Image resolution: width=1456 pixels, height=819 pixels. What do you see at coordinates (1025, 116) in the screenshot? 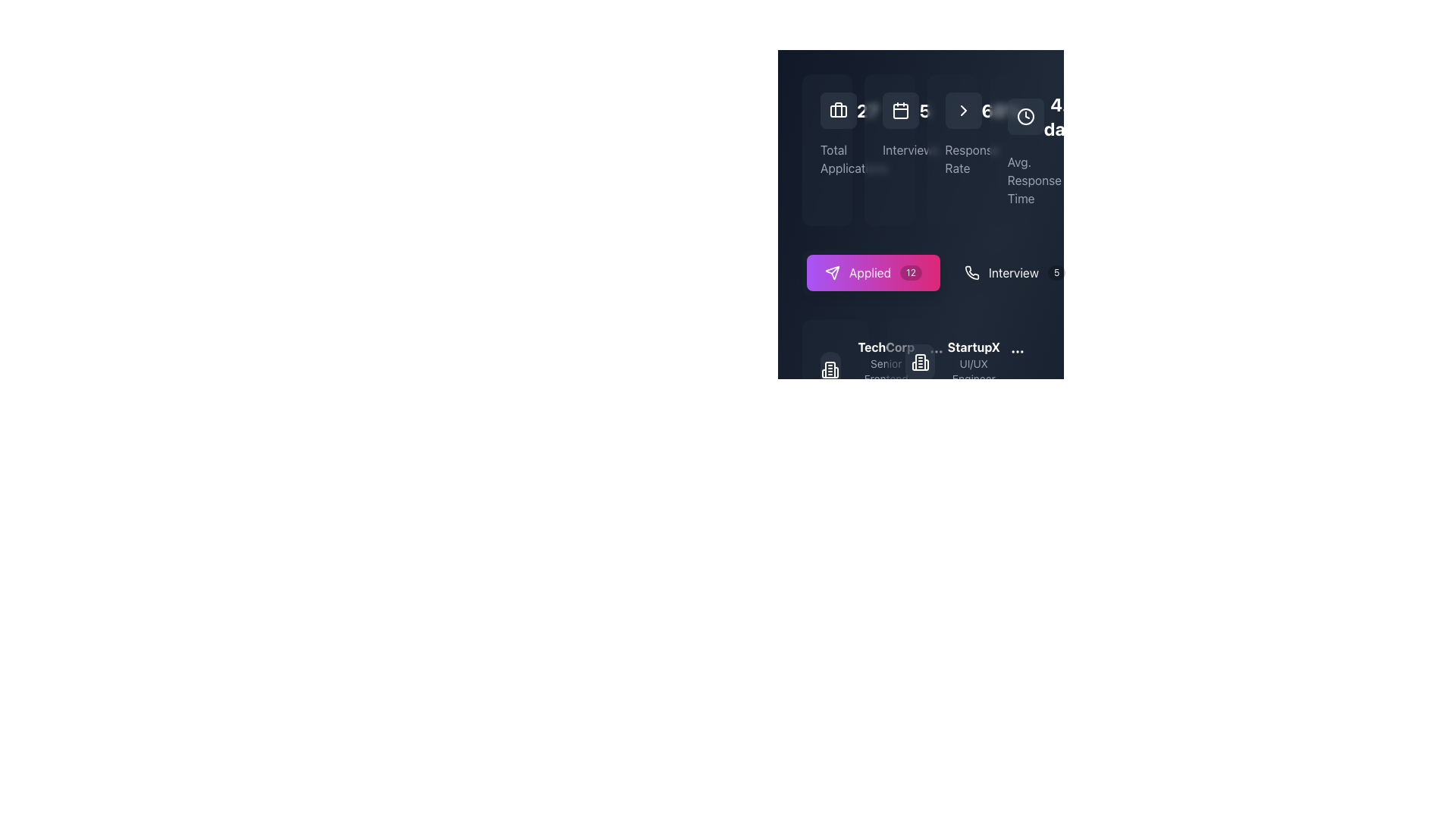
I see `the average response time icon located immediately to the left of the text '4.2 days' in the top-right quadrant of the interface` at bounding box center [1025, 116].